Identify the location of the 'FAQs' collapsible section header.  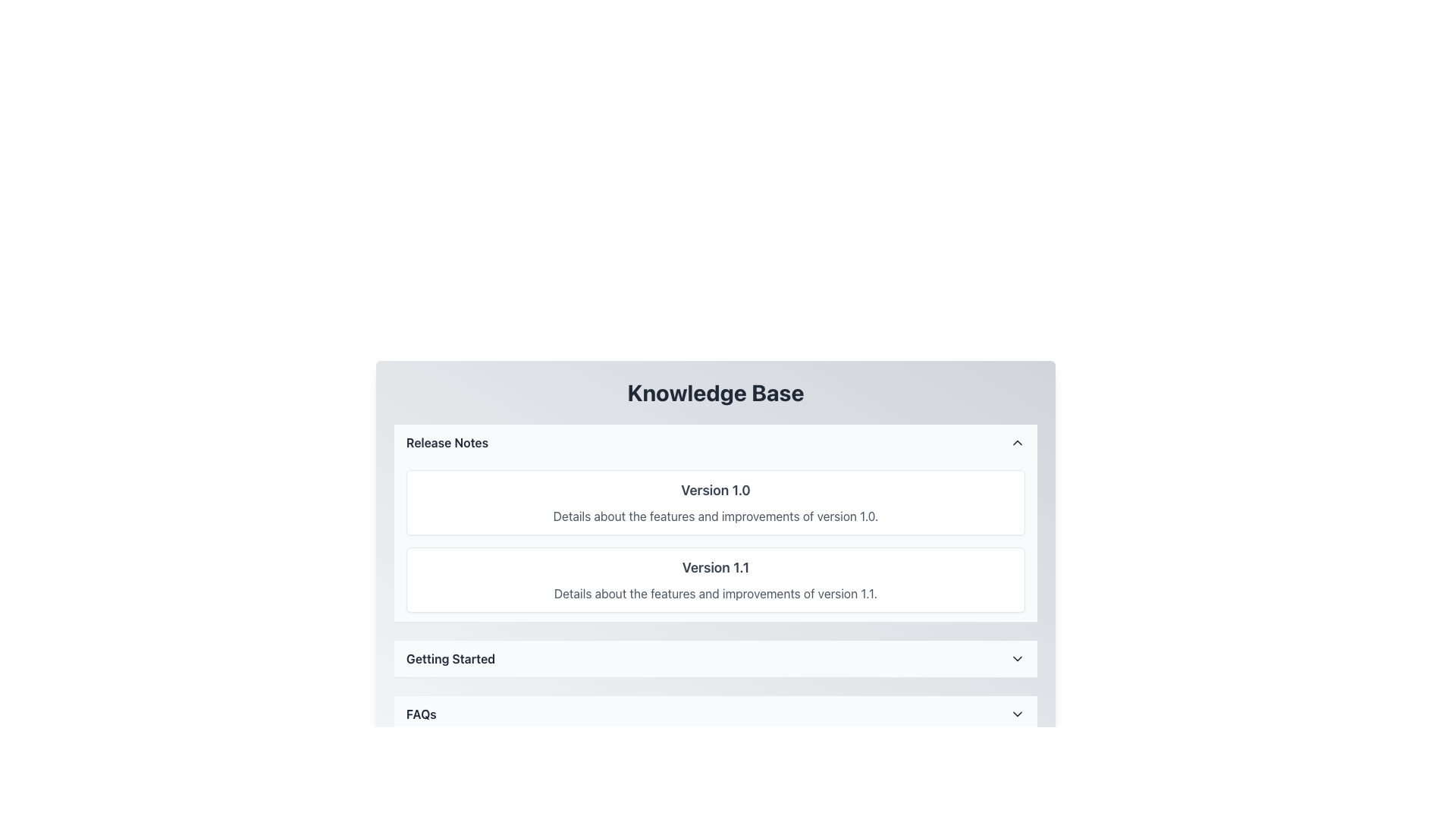
(715, 714).